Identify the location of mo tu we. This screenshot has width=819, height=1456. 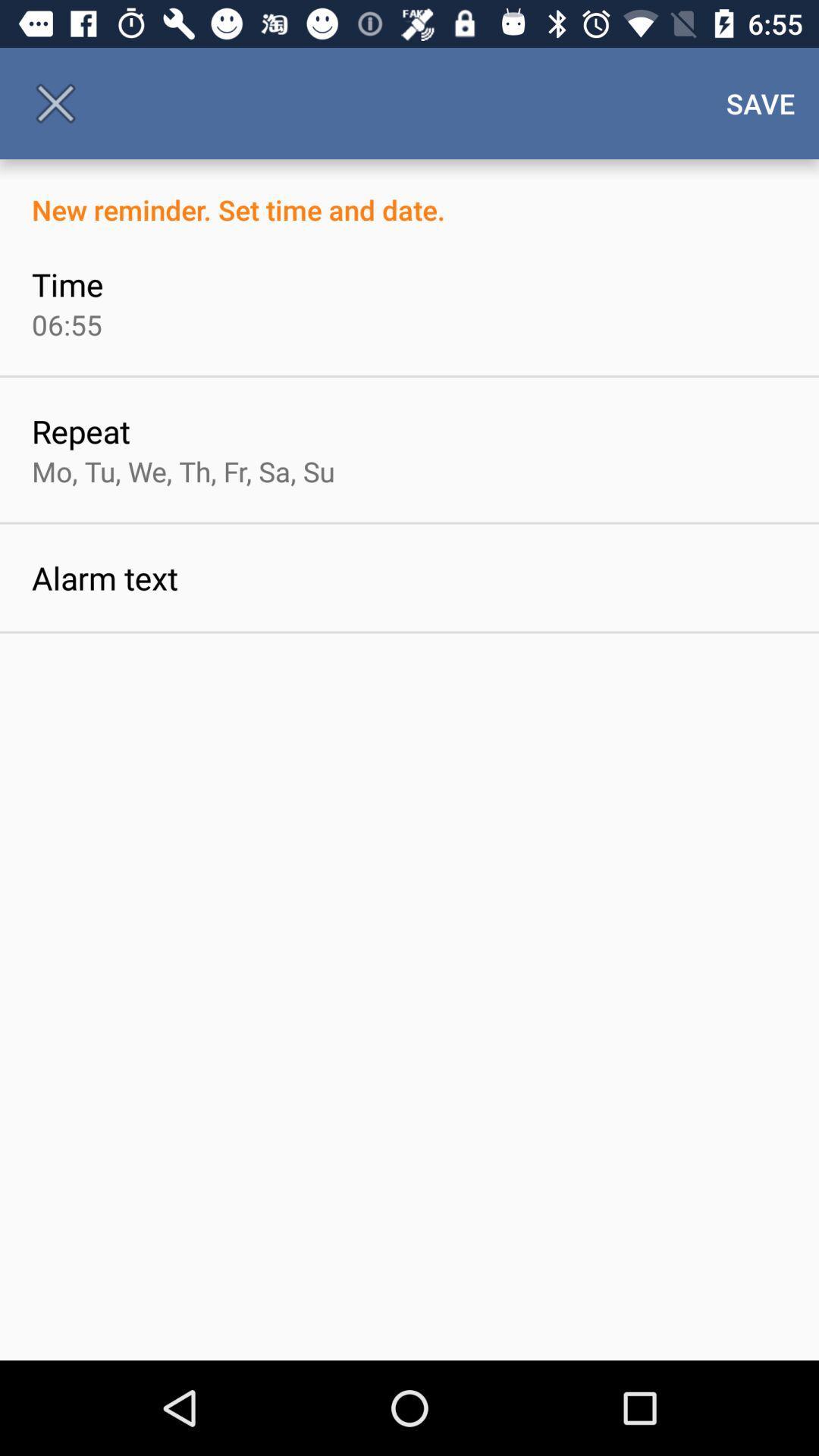
(182, 470).